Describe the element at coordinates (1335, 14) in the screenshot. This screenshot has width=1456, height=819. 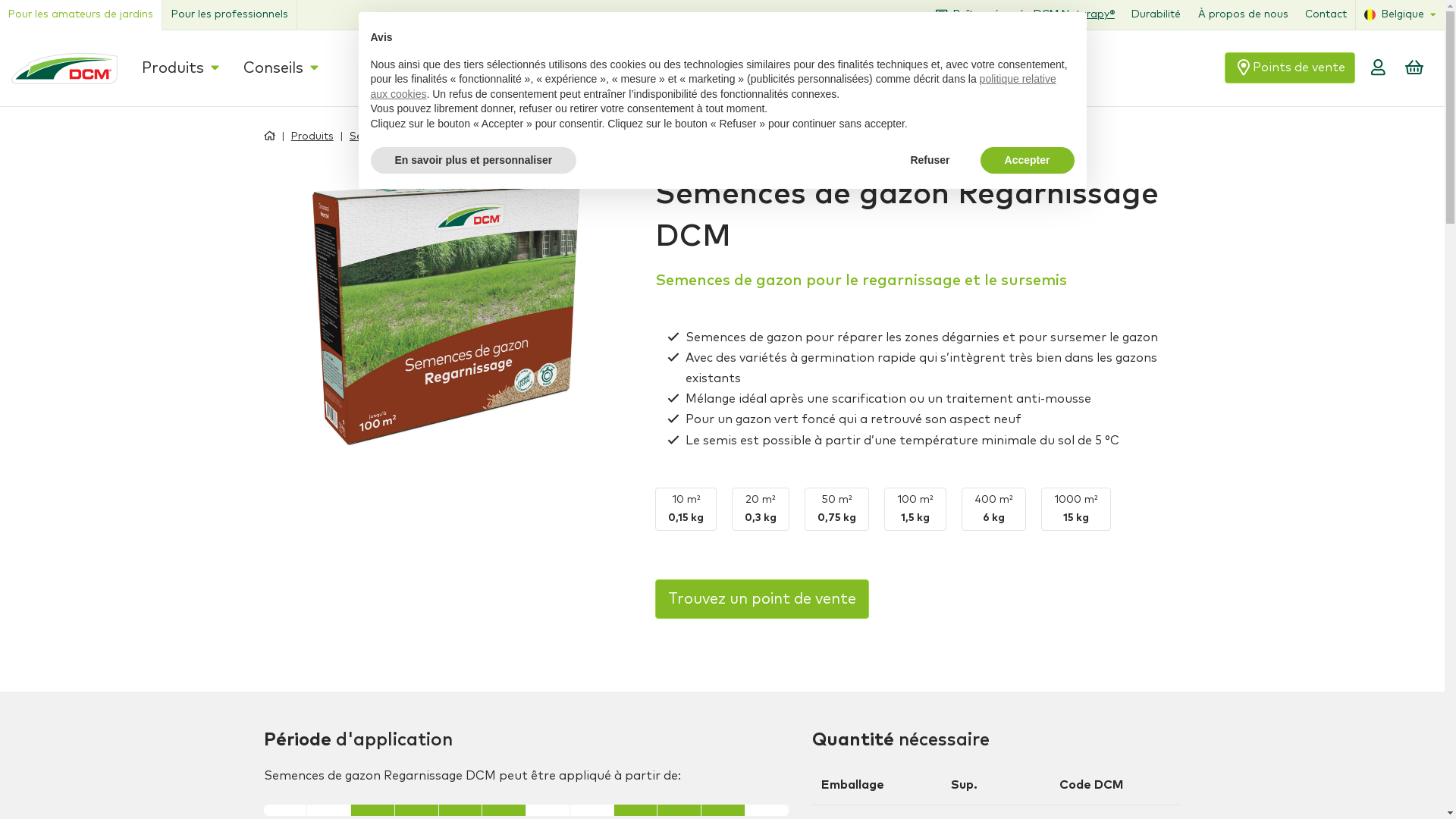
I see `'Contact'` at that location.